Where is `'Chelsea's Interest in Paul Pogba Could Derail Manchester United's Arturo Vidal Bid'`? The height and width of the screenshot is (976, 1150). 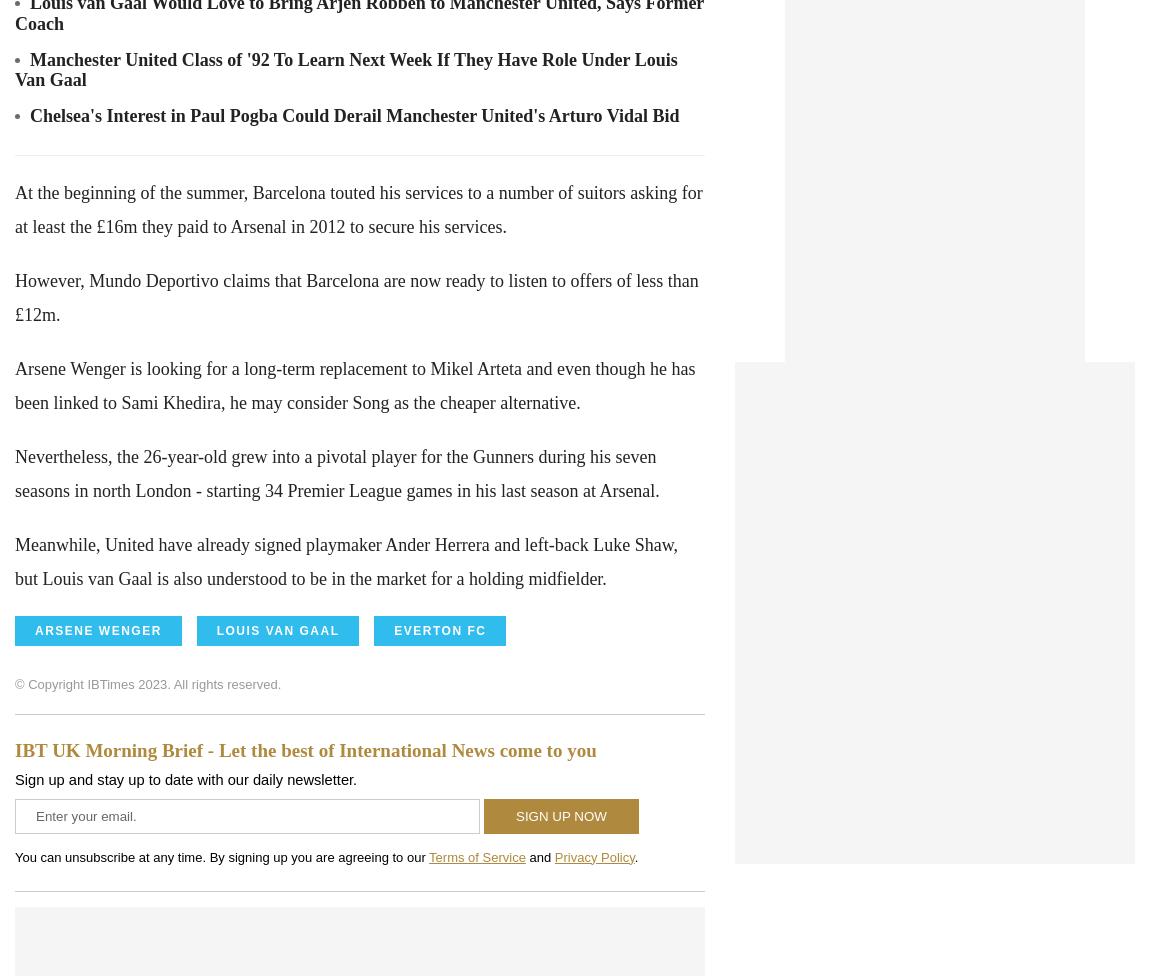 'Chelsea's Interest in Paul Pogba Could Derail Manchester United's Arturo Vidal Bid' is located at coordinates (29, 116).